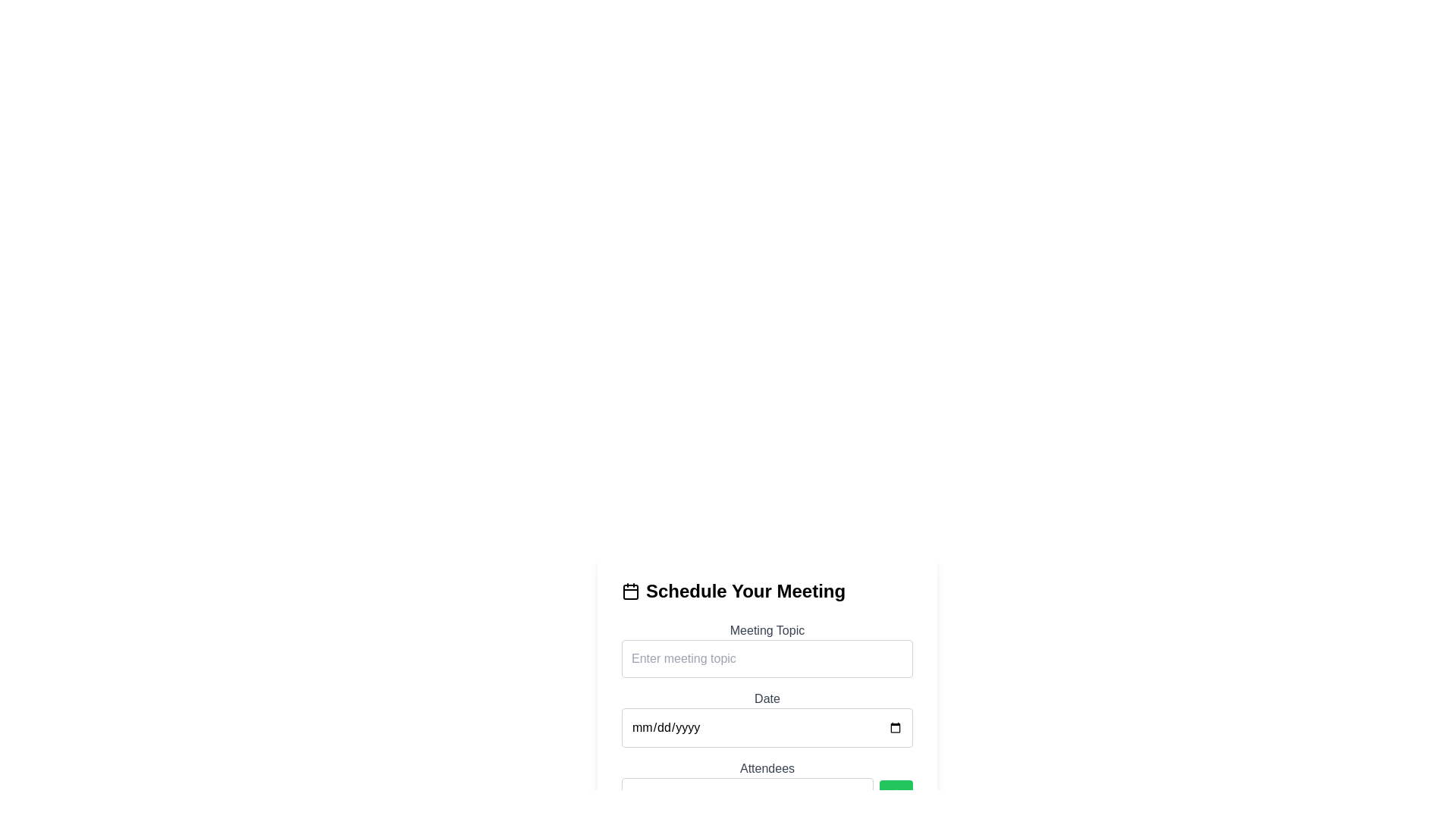  Describe the element at coordinates (896, 795) in the screenshot. I see `the 'Add' button located at the right end of the 'Attendees' field to initiate the addition of attendee information` at that location.